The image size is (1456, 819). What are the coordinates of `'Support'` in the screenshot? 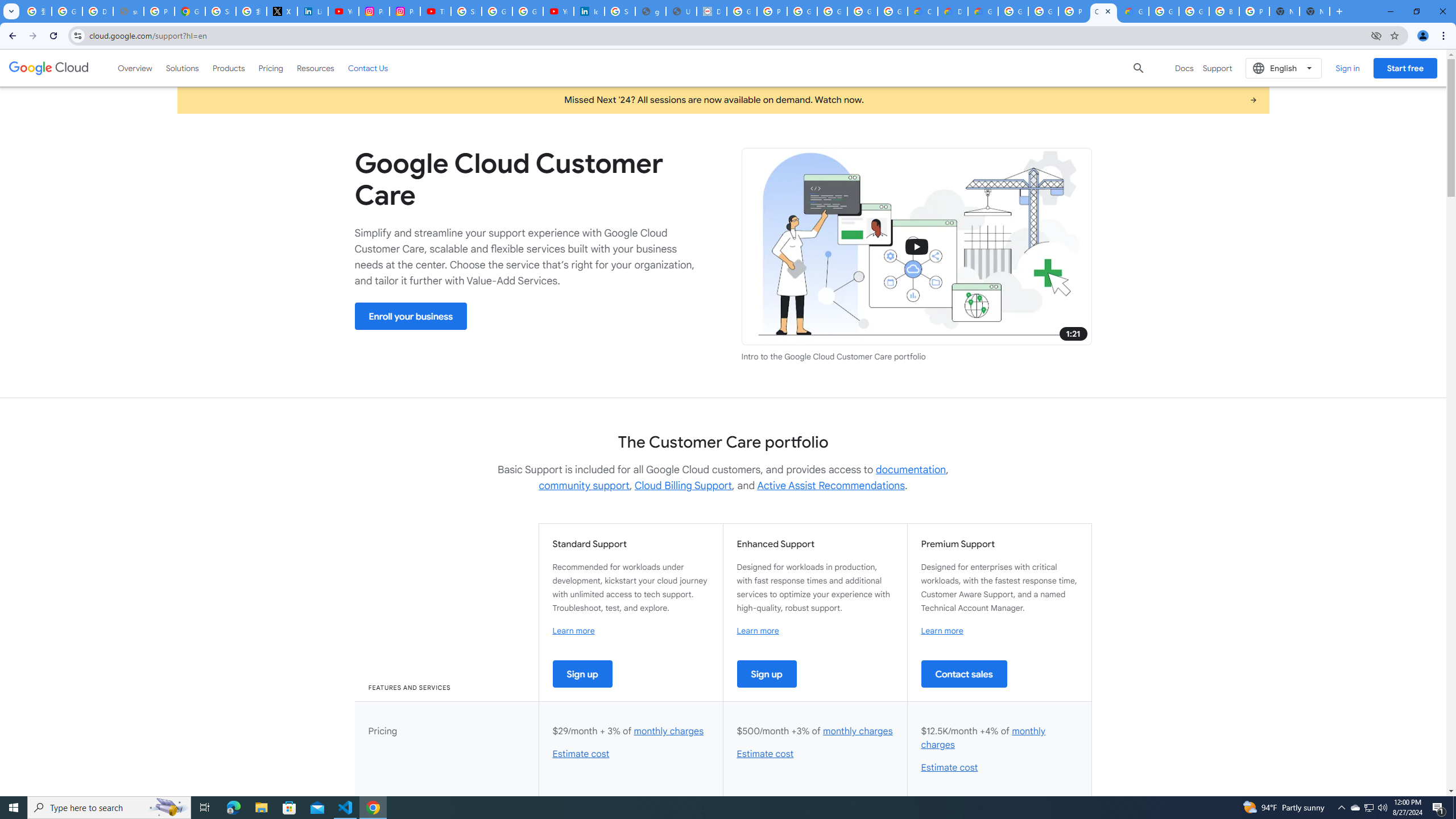 It's located at (1217, 67).